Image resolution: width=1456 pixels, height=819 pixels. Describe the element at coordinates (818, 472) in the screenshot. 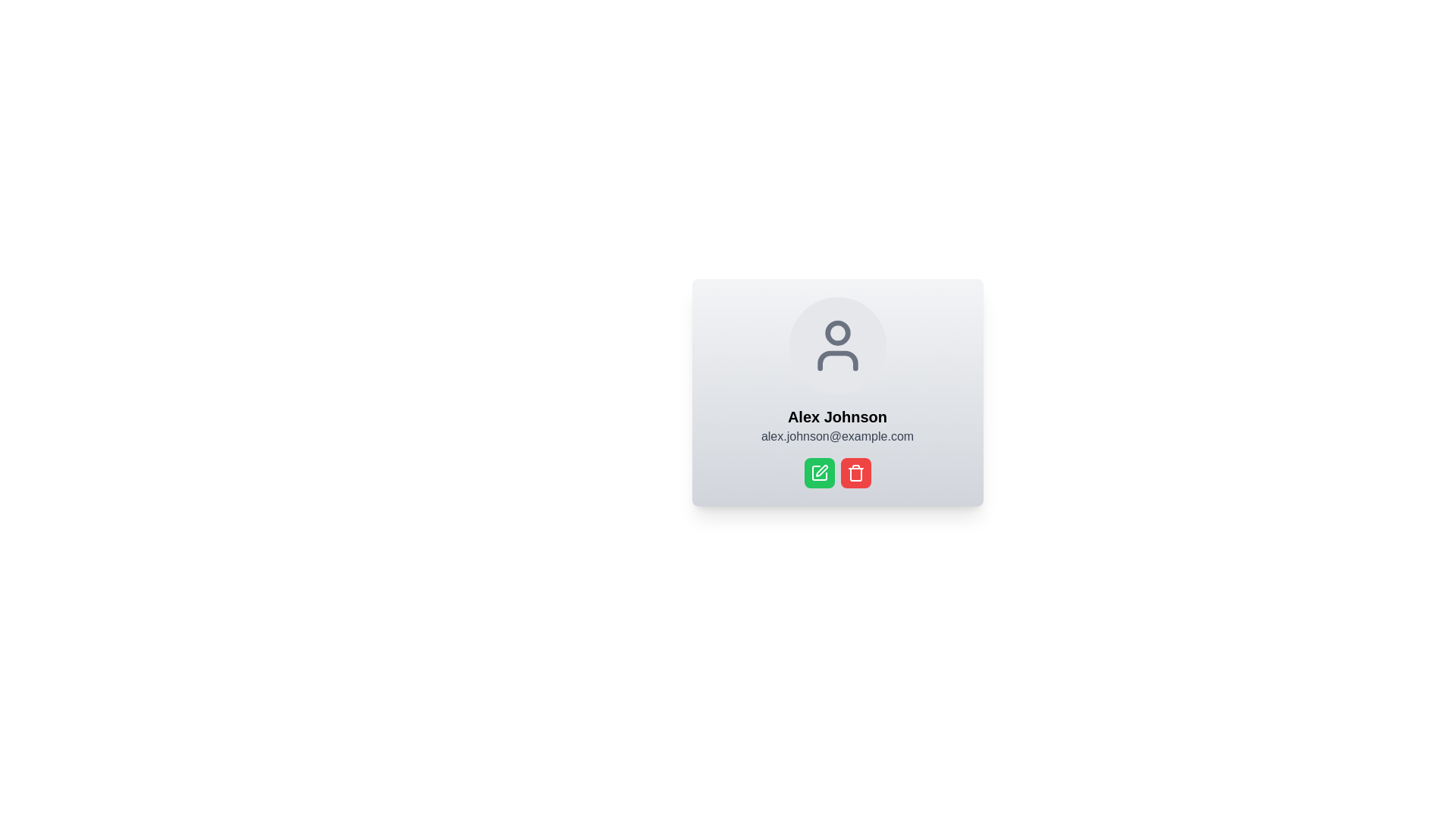

I see `the edit icon located to the left of the red trash bin icon, under the contact details of Alex Johnson` at that location.